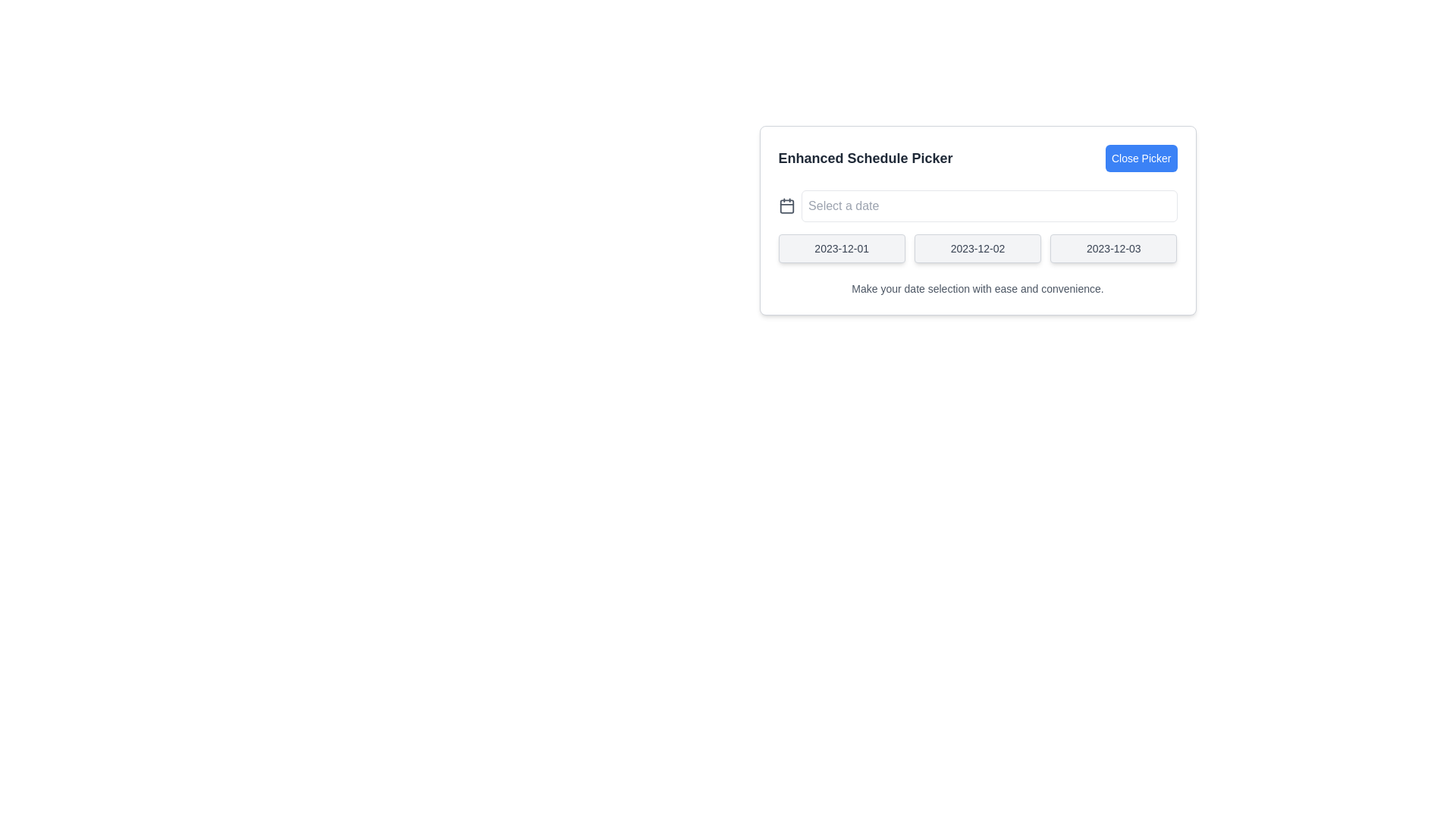 Image resolution: width=1456 pixels, height=819 pixels. I want to click on the calendar icon, which is a gray outlined button with a rounded shape, featuring a simplified calendar grid and two vertical lines at the top, so click(786, 206).